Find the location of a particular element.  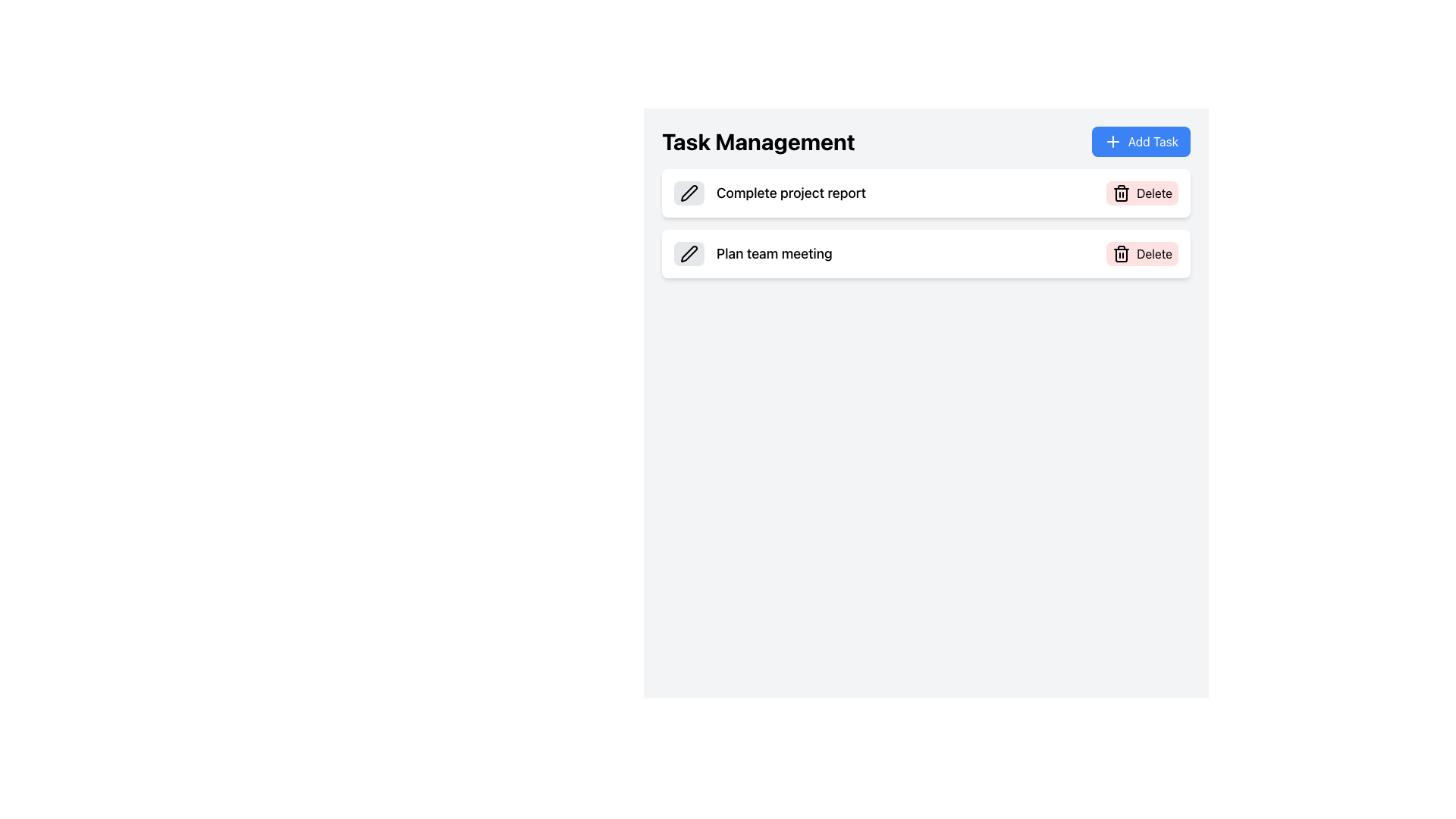

the trash bin icon within the 'Delete' button in the 'Task Management' interface, which is styled with a minimalist outline design and located on the right side of the task description is located at coordinates (1122, 253).